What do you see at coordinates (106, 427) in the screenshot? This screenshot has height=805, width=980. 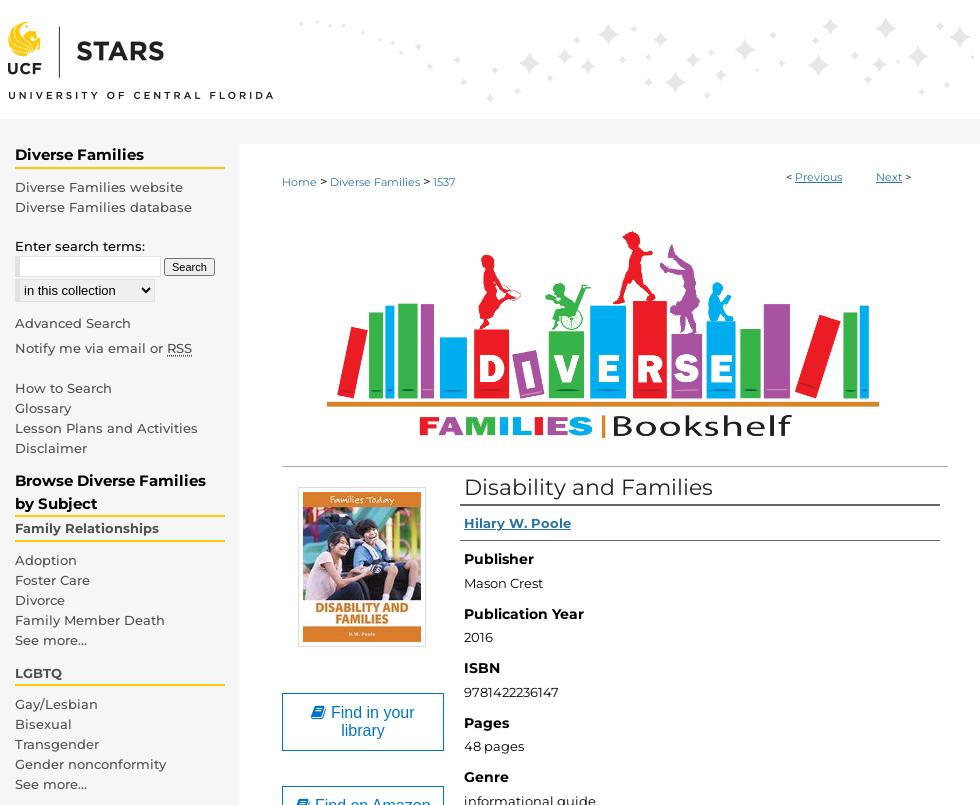 I see `'Lesson Plans and Activities'` at bounding box center [106, 427].